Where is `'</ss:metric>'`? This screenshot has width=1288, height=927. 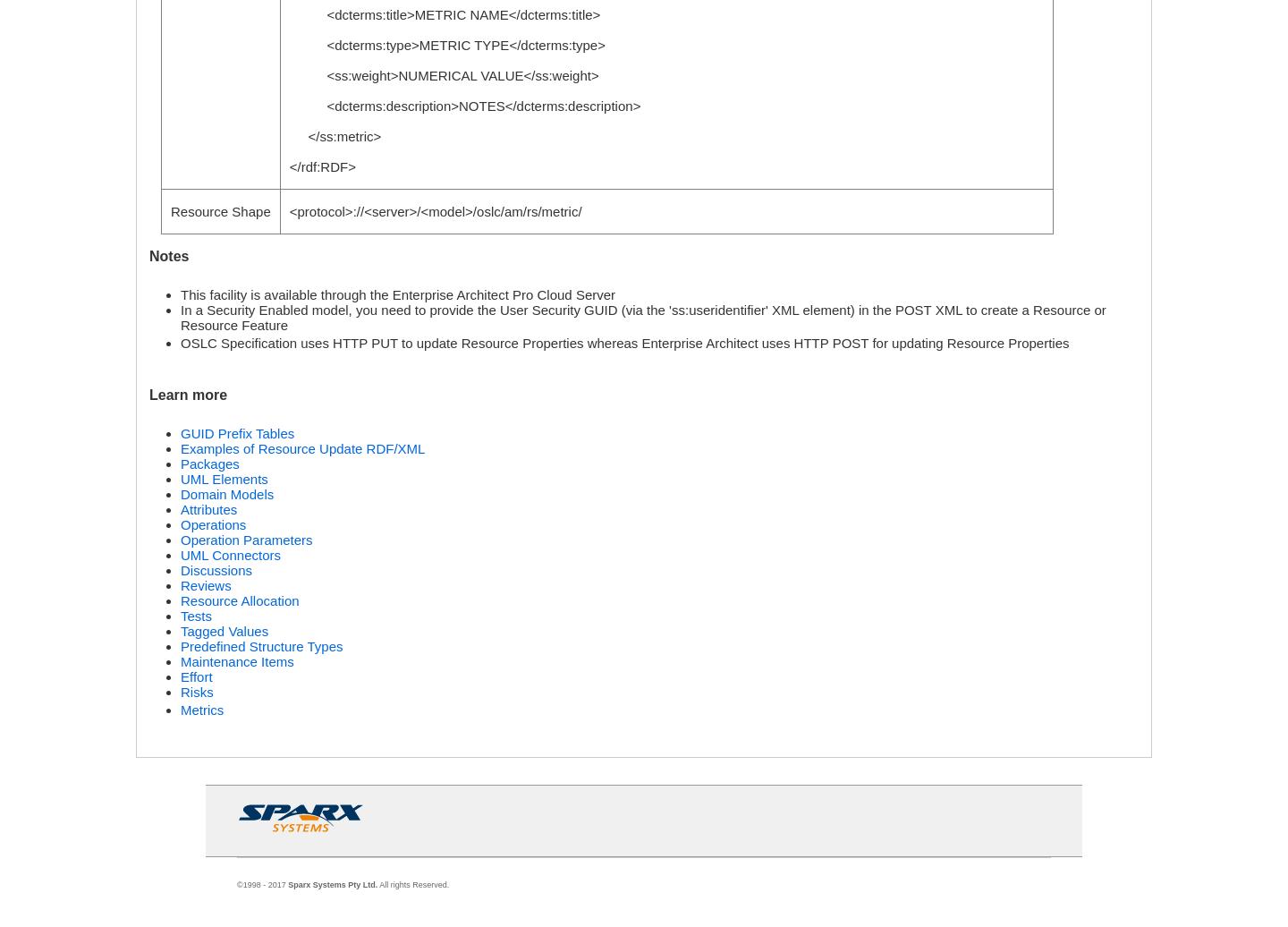
'</ss:metric>' is located at coordinates (334, 136).